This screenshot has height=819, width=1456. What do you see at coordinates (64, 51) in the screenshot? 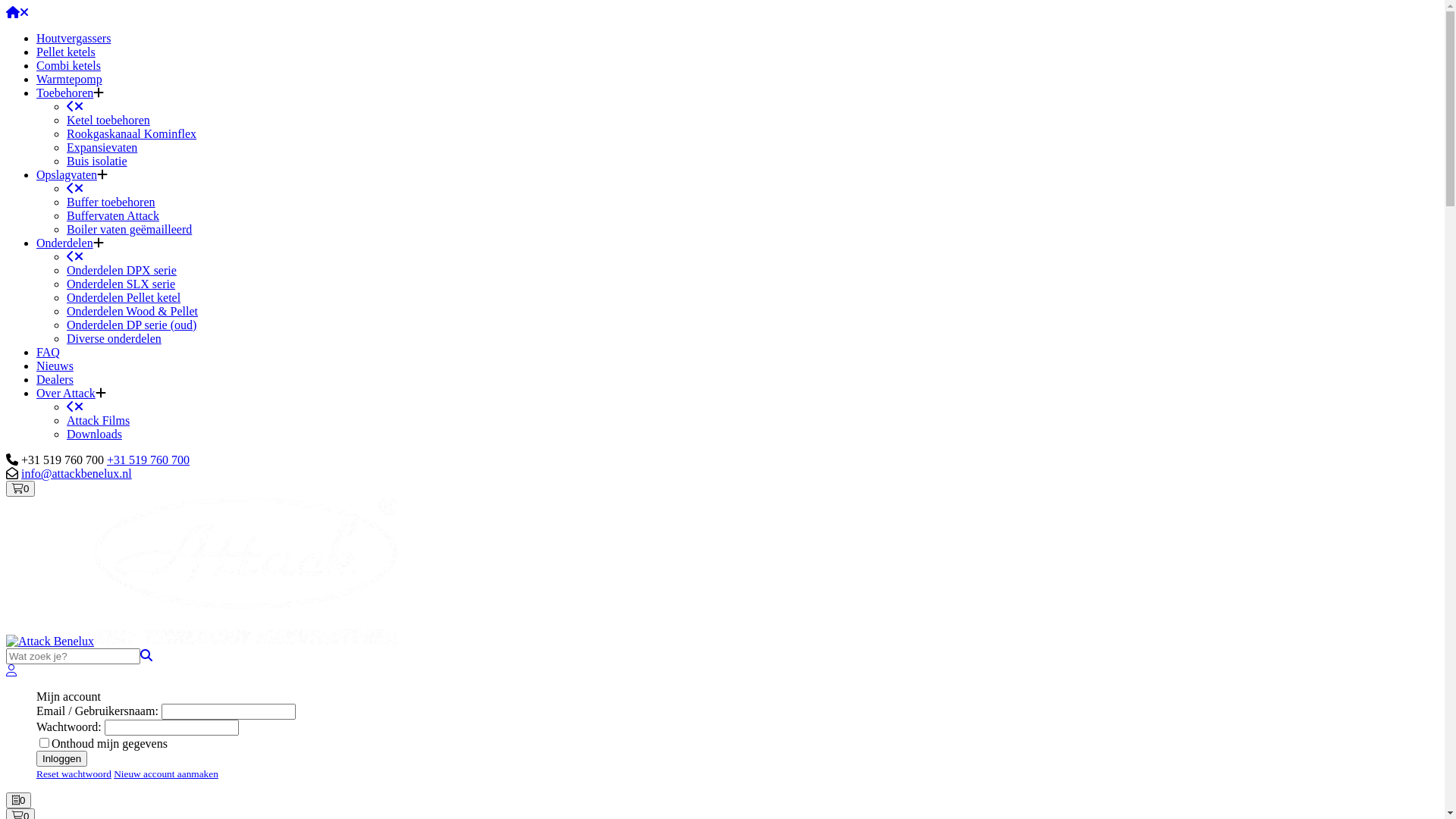
I see `'Pellet ketels'` at bounding box center [64, 51].